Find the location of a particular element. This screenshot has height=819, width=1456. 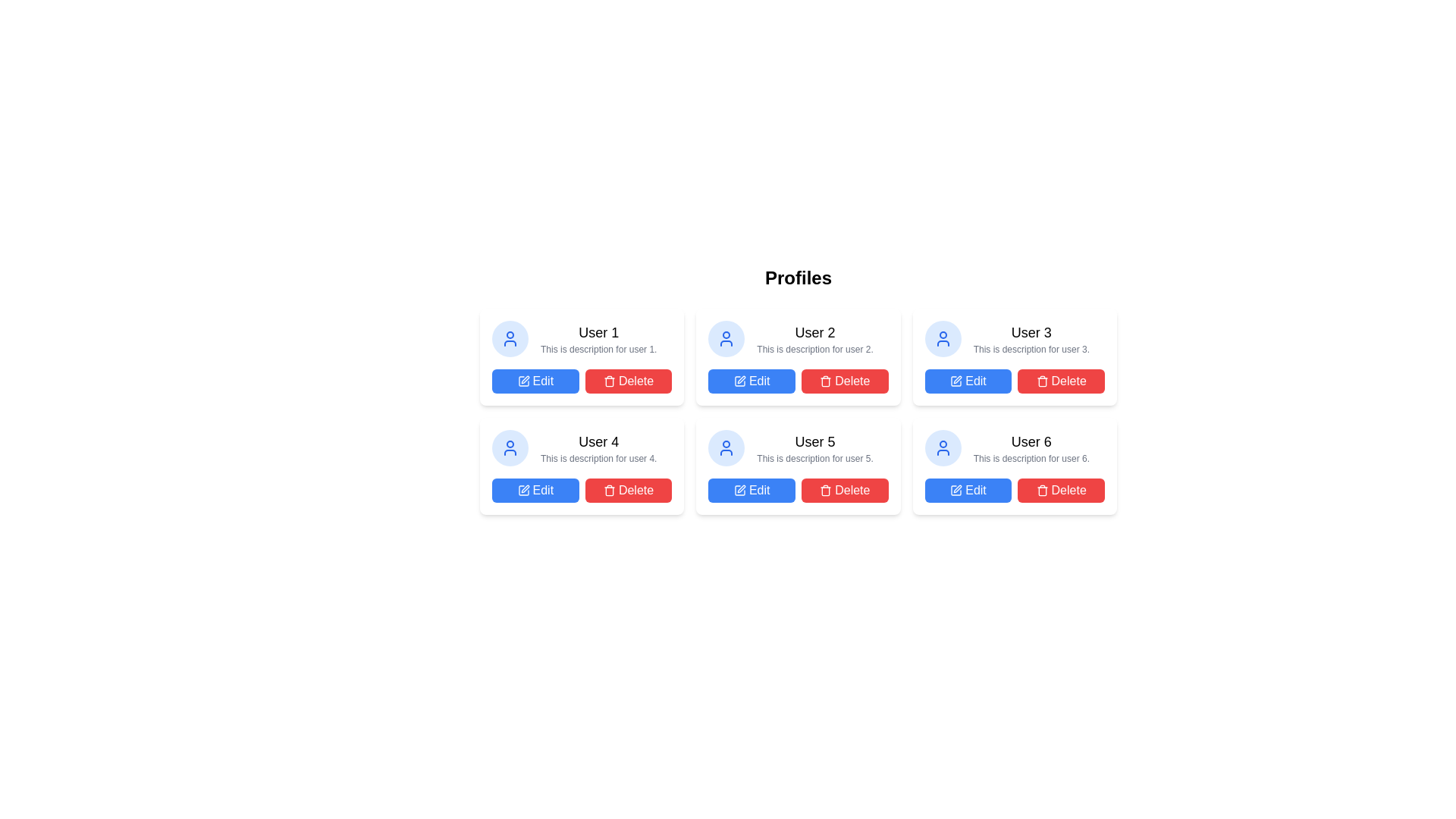

the small blue pen icon next to the 'Edit' text within the blue button for User 4 is located at coordinates (523, 491).